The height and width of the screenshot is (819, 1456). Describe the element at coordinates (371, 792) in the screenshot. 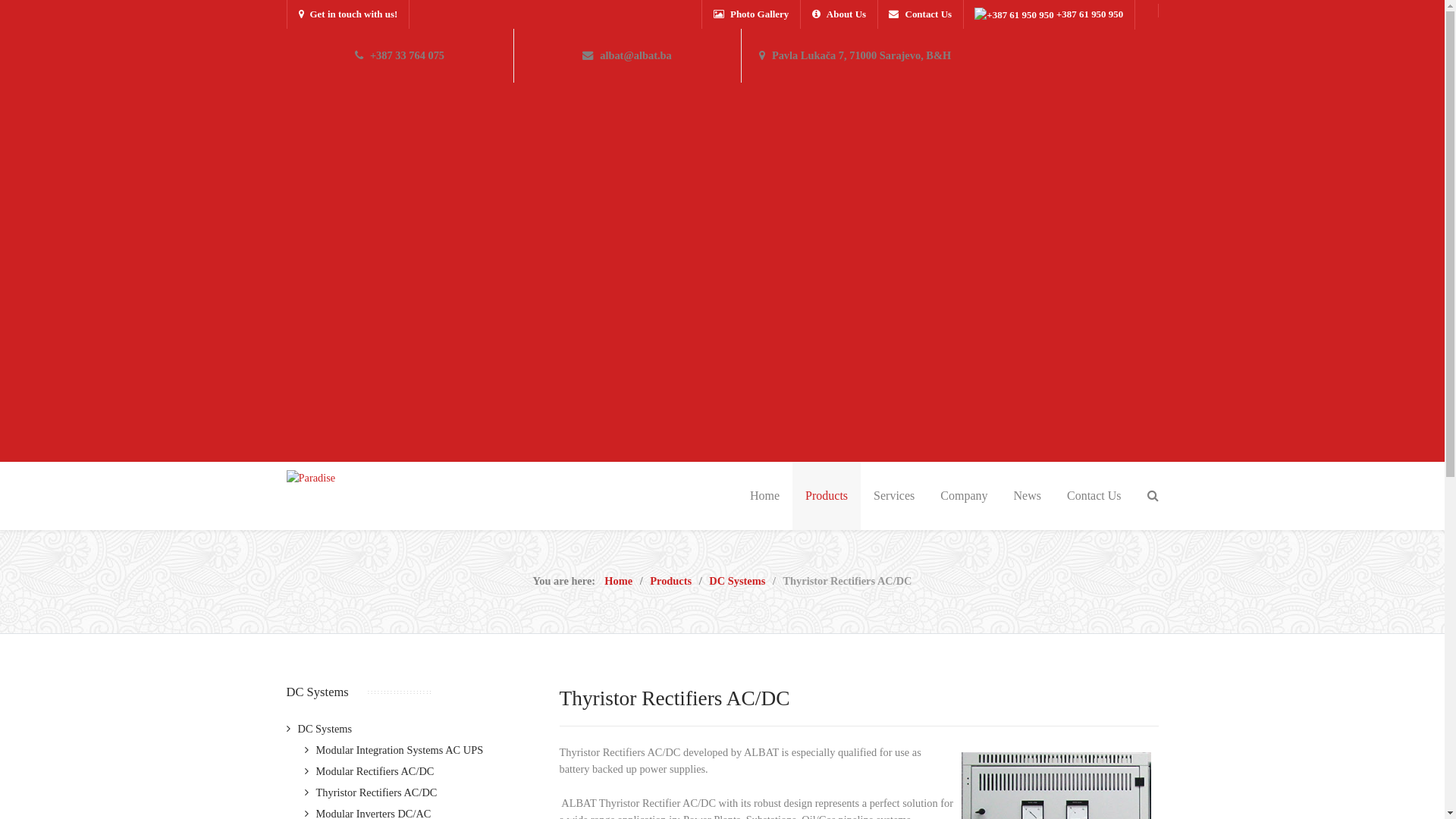

I see `'Thyristor Rectifiers AC/DC'` at that location.